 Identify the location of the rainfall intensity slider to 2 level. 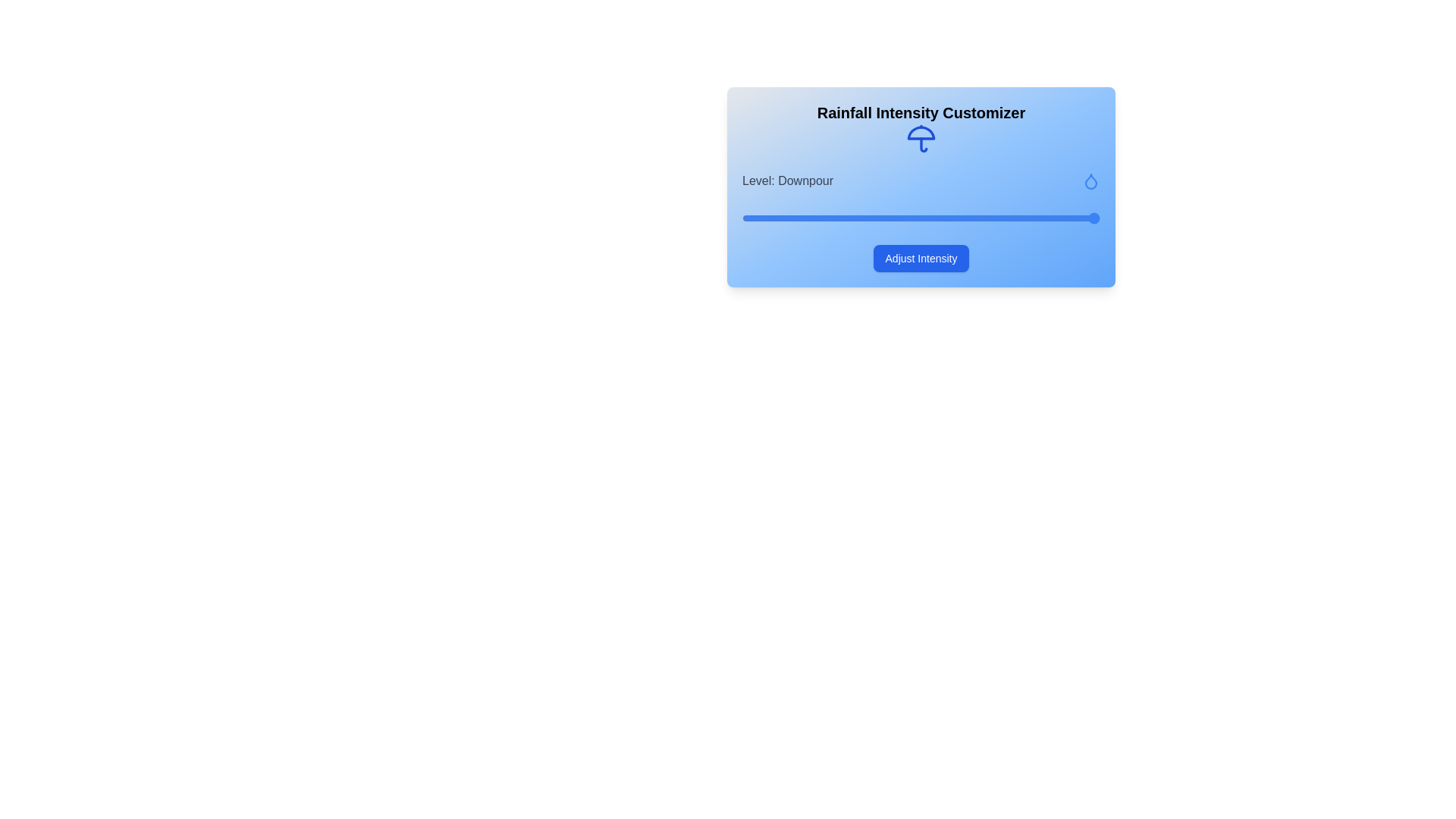
(920, 218).